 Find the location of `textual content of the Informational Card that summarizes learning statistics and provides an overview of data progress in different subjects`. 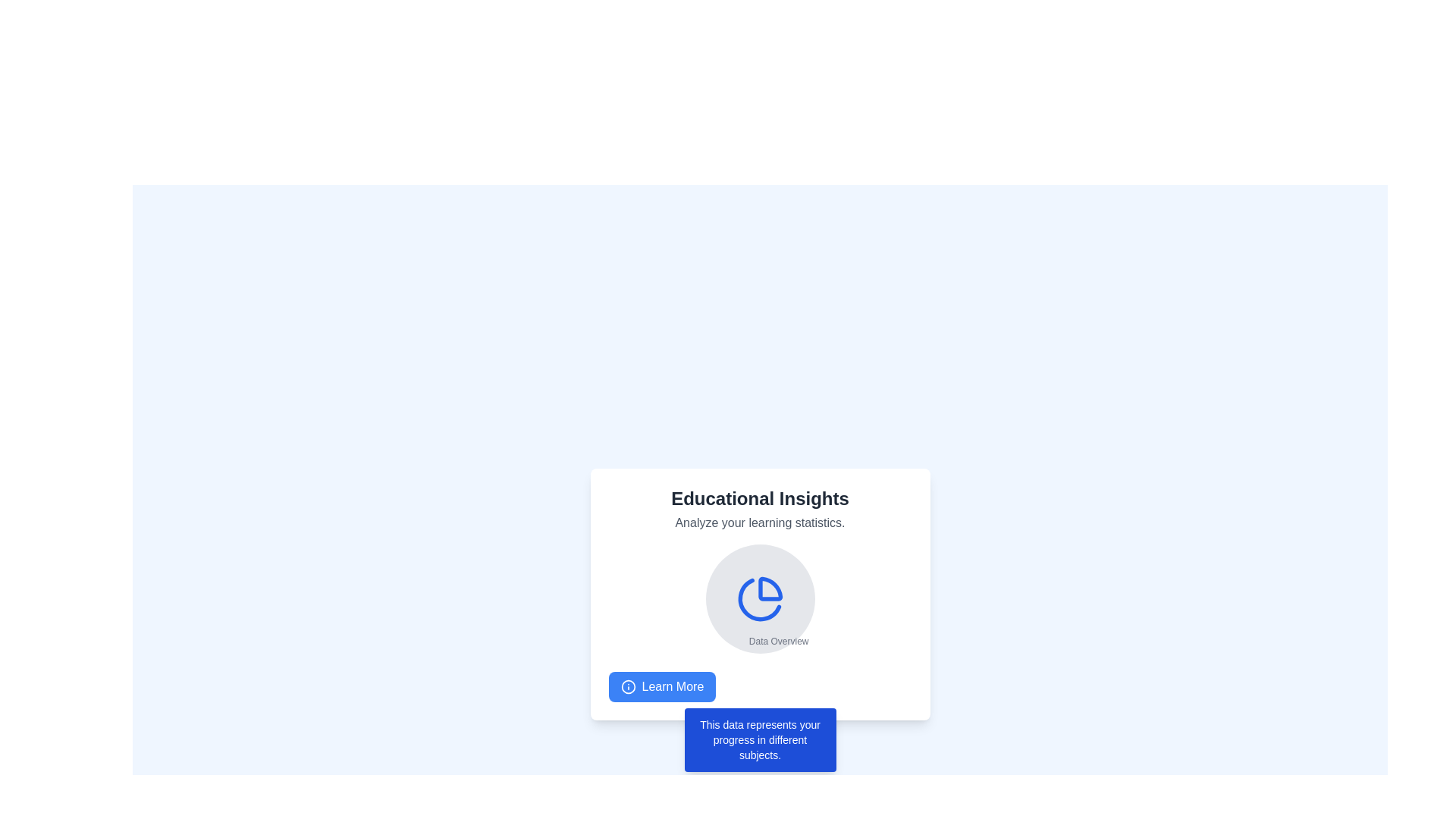

textual content of the Informational Card that summarizes learning statistics and provides an overview of data progress in different subjects is located at coordinates (760, 593).